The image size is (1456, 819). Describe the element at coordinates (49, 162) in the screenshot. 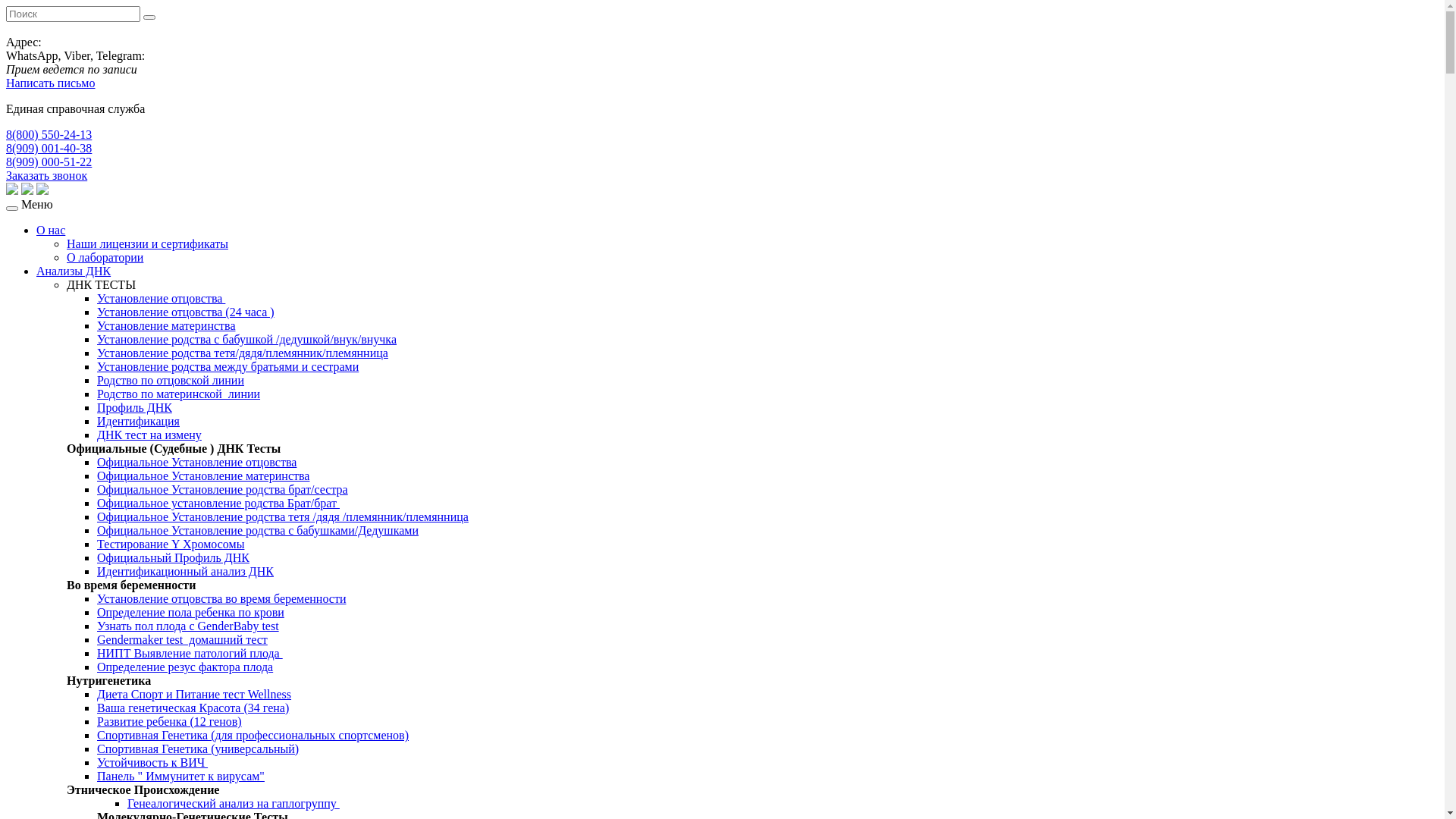

I see `'8(909) 000-51-22'` at that location.